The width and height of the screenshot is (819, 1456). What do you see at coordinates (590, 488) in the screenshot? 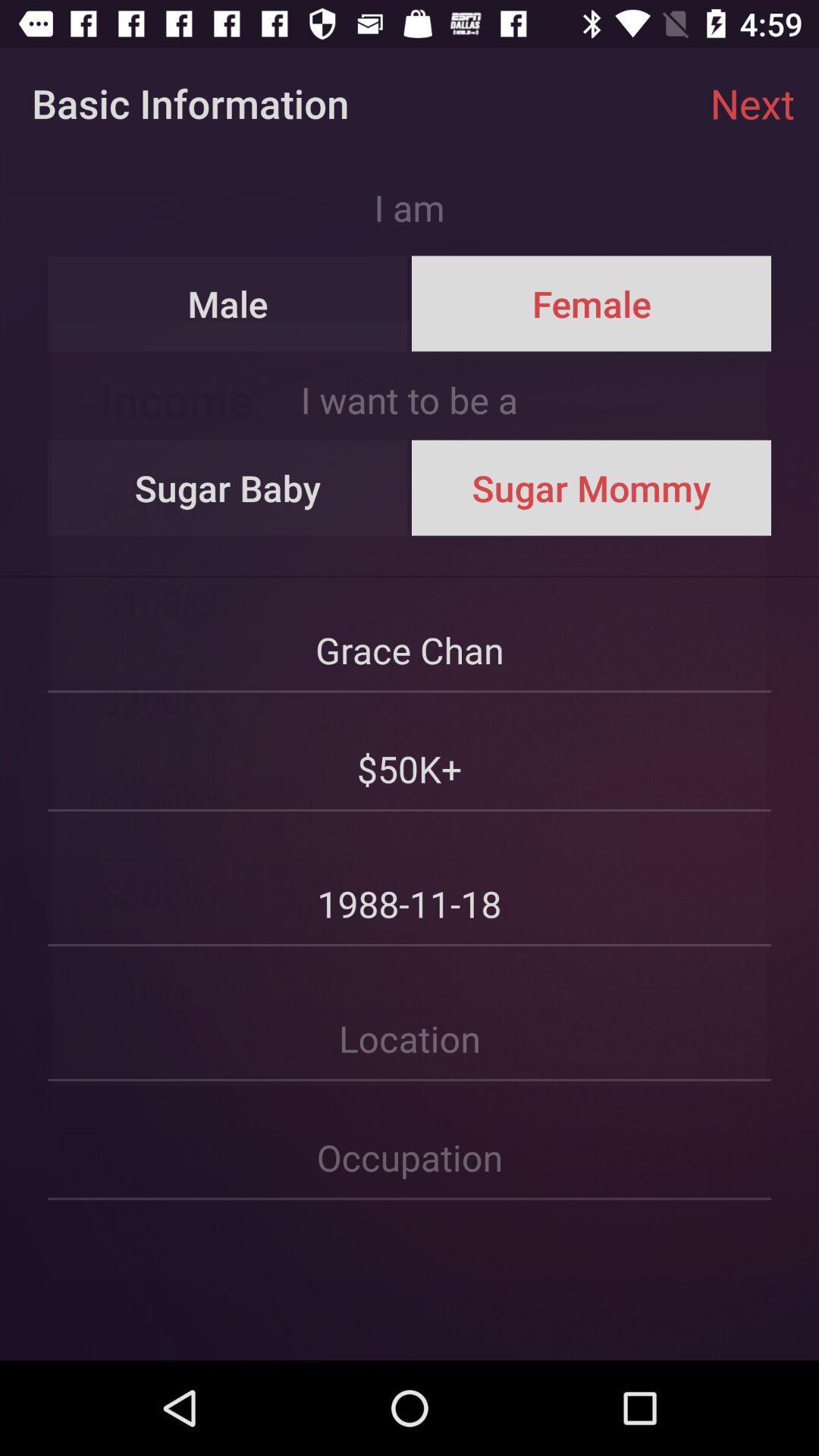
I see `the text next to the sugar baby` at bounding box center [590, 488].